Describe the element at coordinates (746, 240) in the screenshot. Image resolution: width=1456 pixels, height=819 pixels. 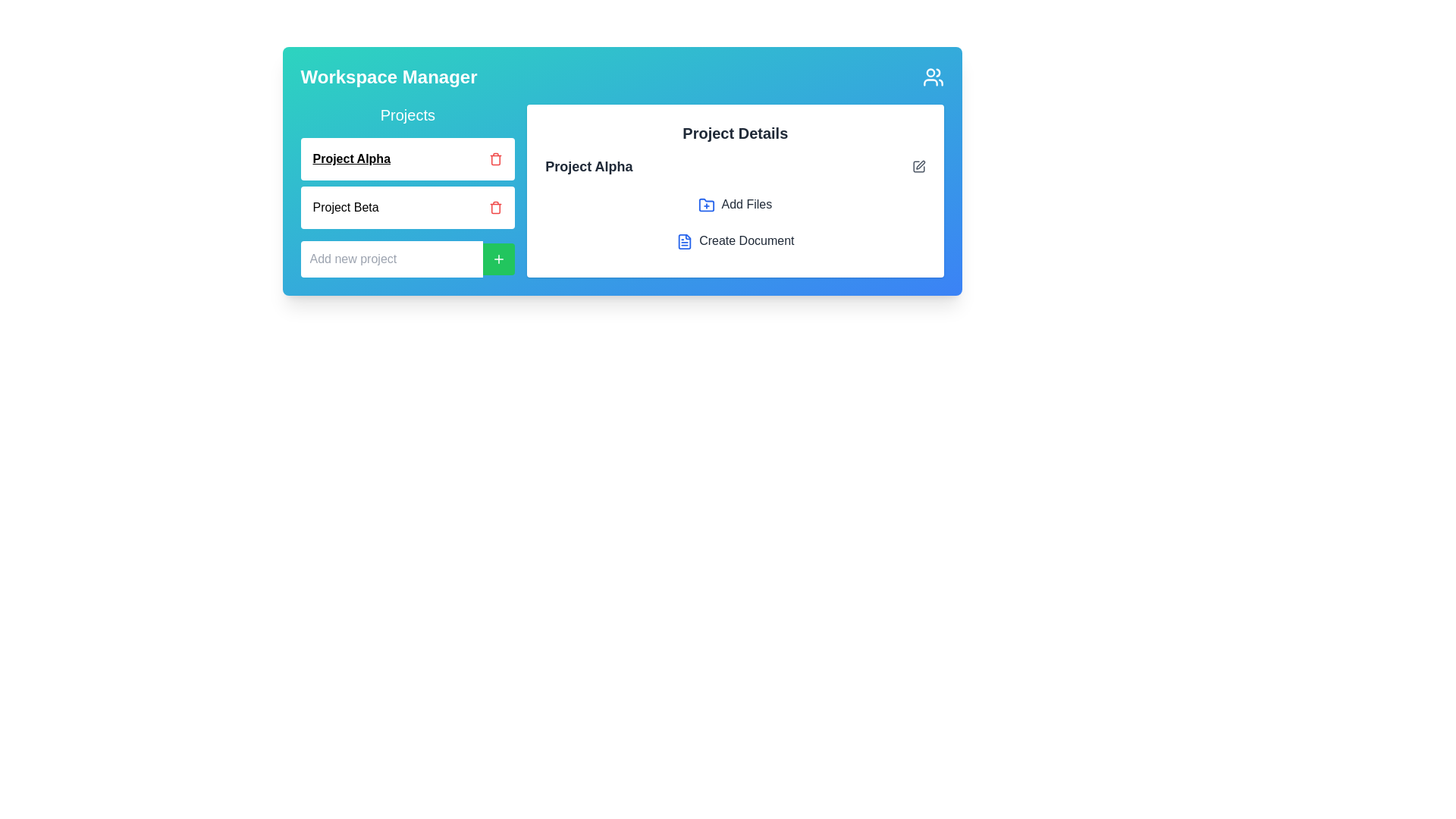
I see `the 'Create Document' text label located in the lower right segment of the Project Details section to initiate the creation of a document` at that location.